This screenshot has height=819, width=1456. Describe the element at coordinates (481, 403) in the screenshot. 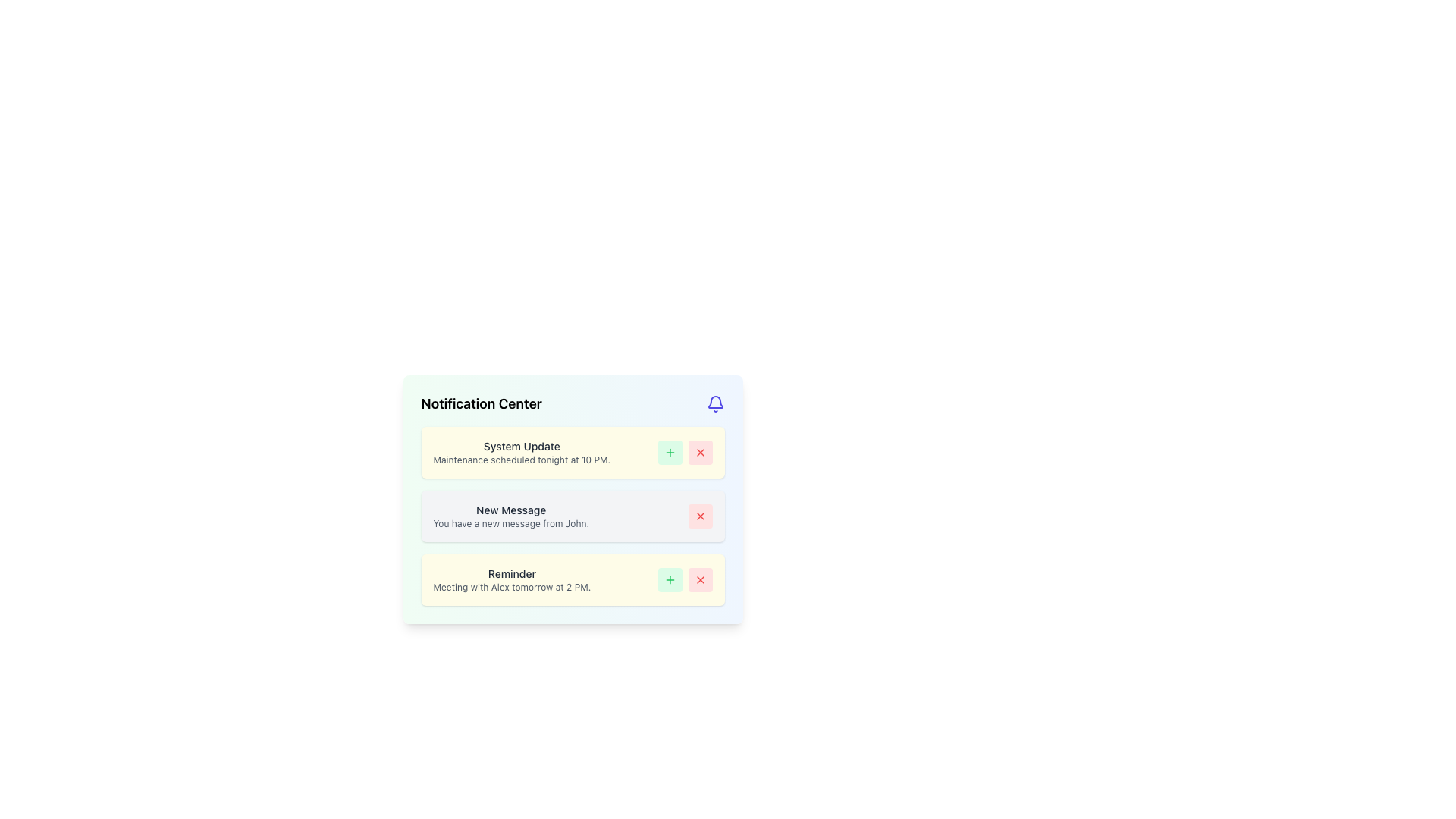

I see `the Text Label that serves as a header for the notification section, providing context to the user about the content displayed below` at that location.